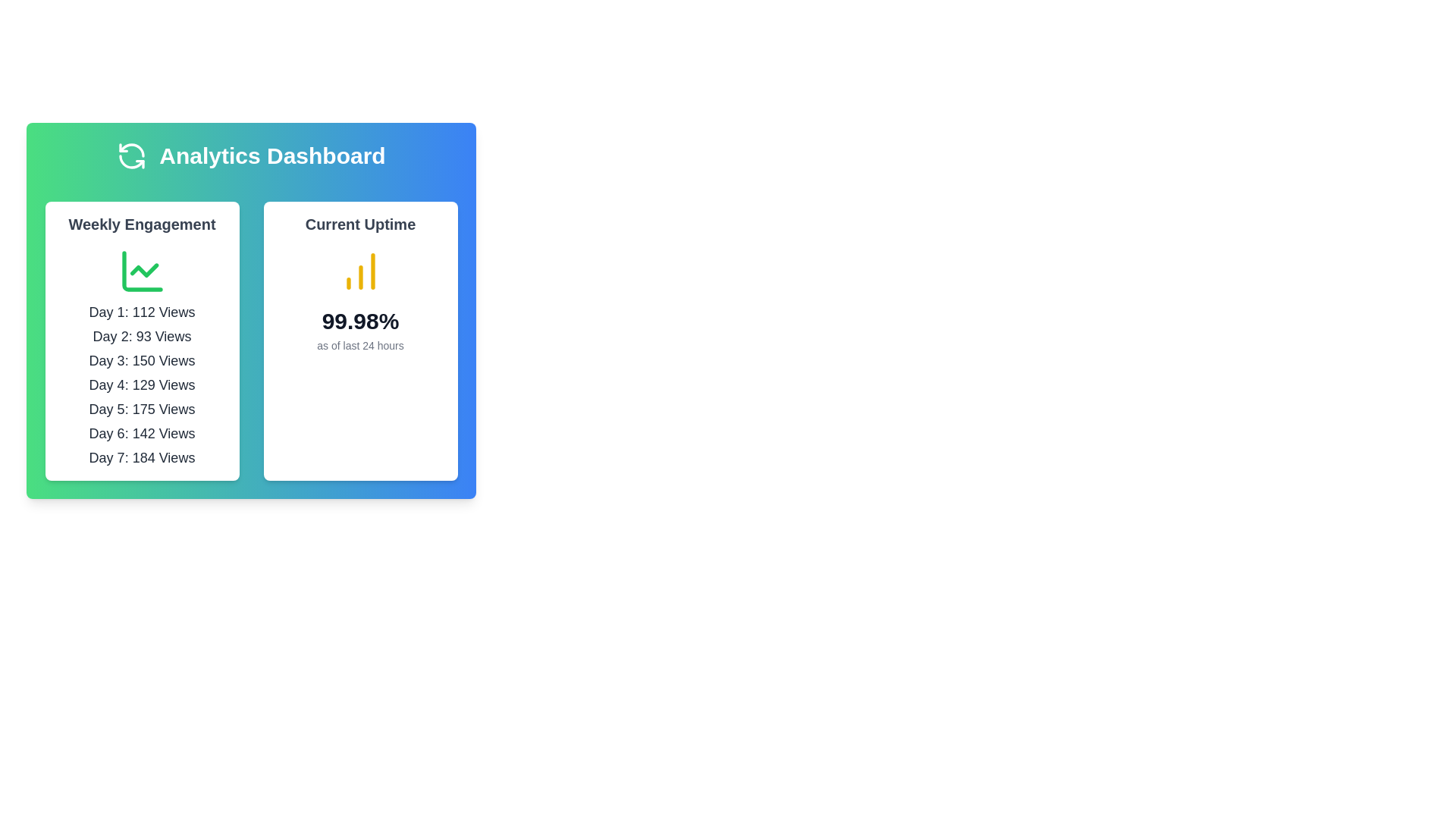  I want to click on the text label element that displays 'as of last 24 hours', which is located directly below the bold text '99.98%' in the 'Current Uptime' card, so click(359, 345).